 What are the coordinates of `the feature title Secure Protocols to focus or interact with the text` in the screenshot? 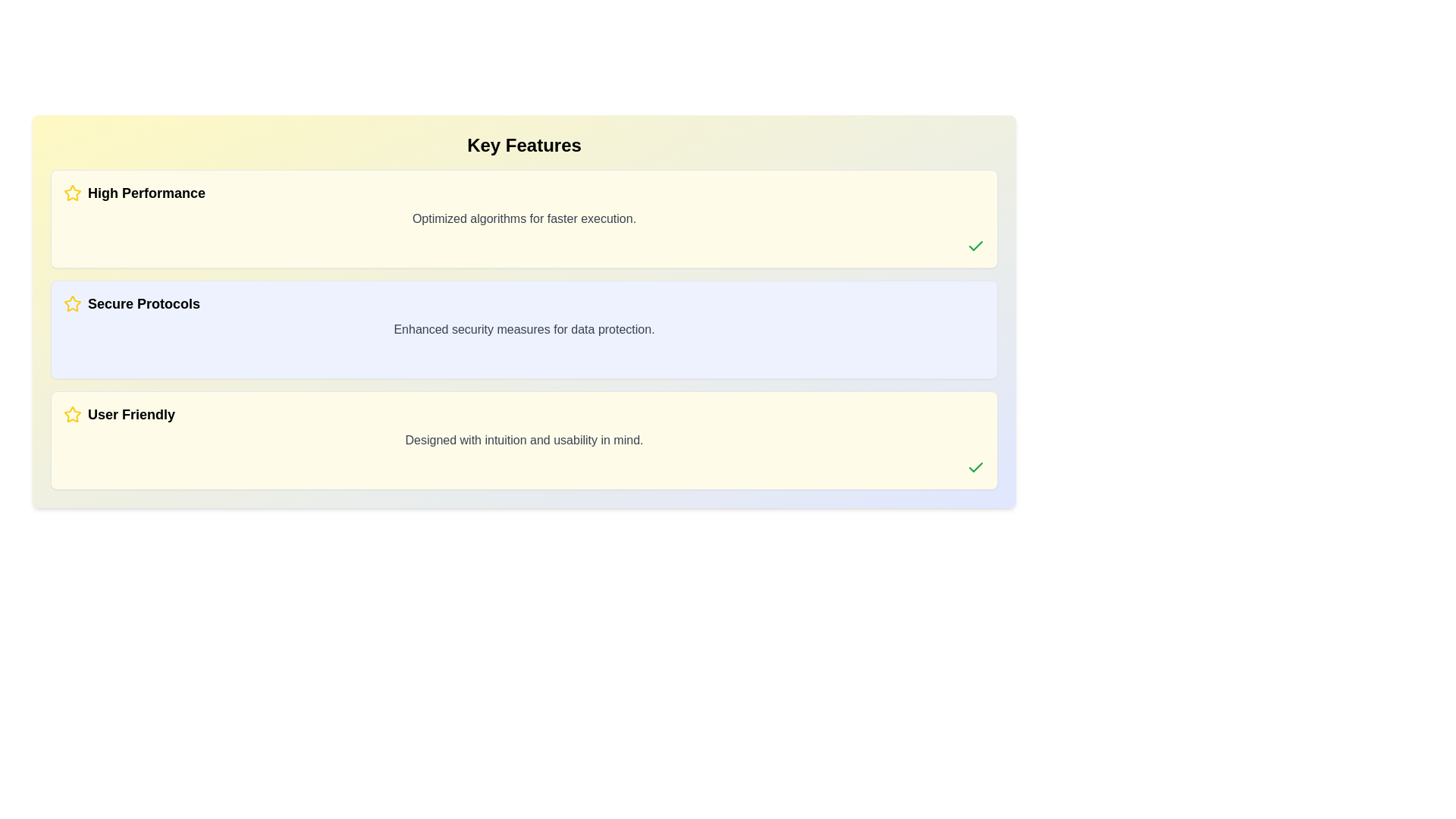 It's located at (524, 304).